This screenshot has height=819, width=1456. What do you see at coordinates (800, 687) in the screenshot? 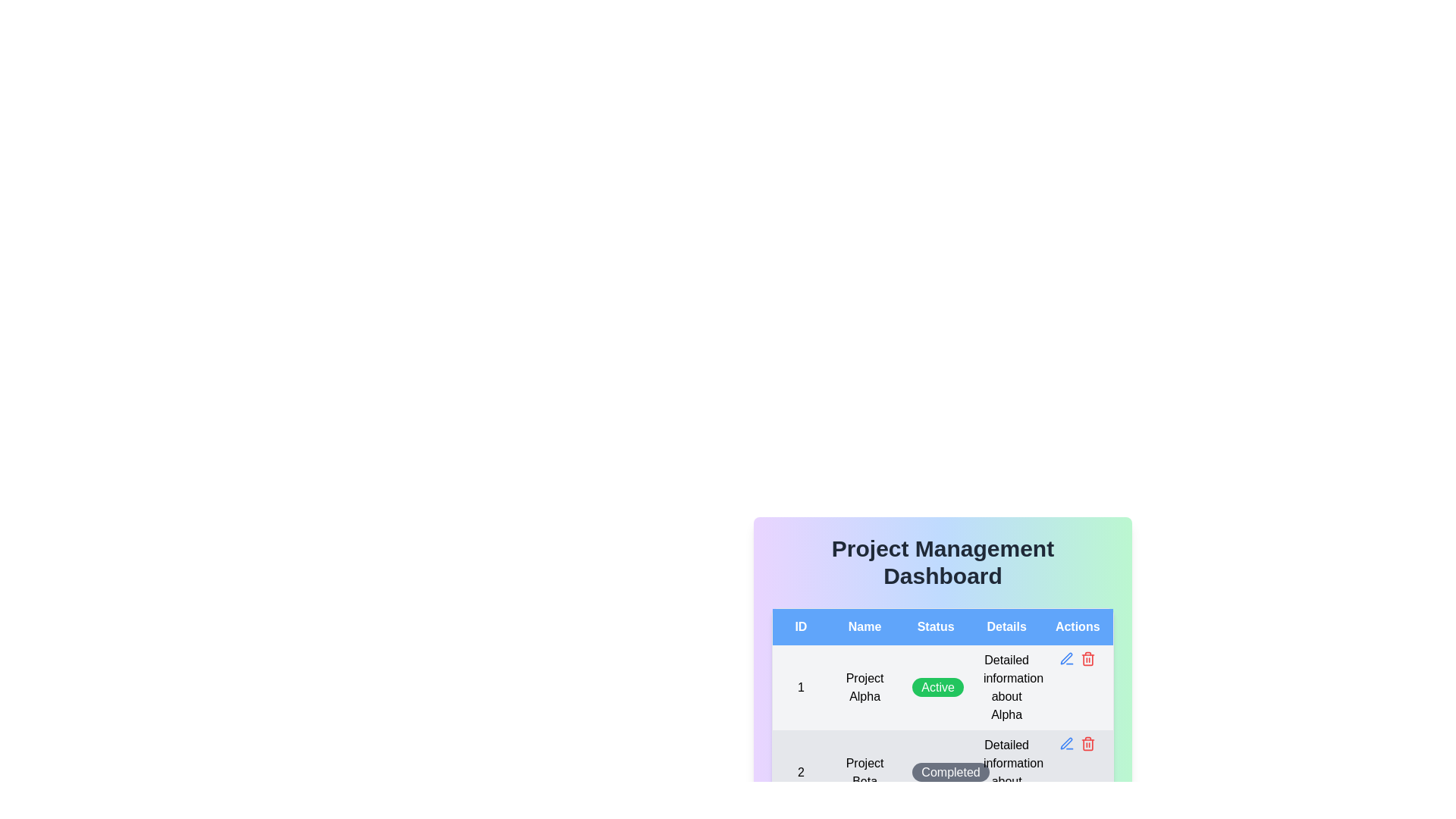
I see `the text label displaying the character '1' in the first cell of the 'ID' column, which is the unique identifier for 'Project Alpha'` at bounding box center [800, 687].